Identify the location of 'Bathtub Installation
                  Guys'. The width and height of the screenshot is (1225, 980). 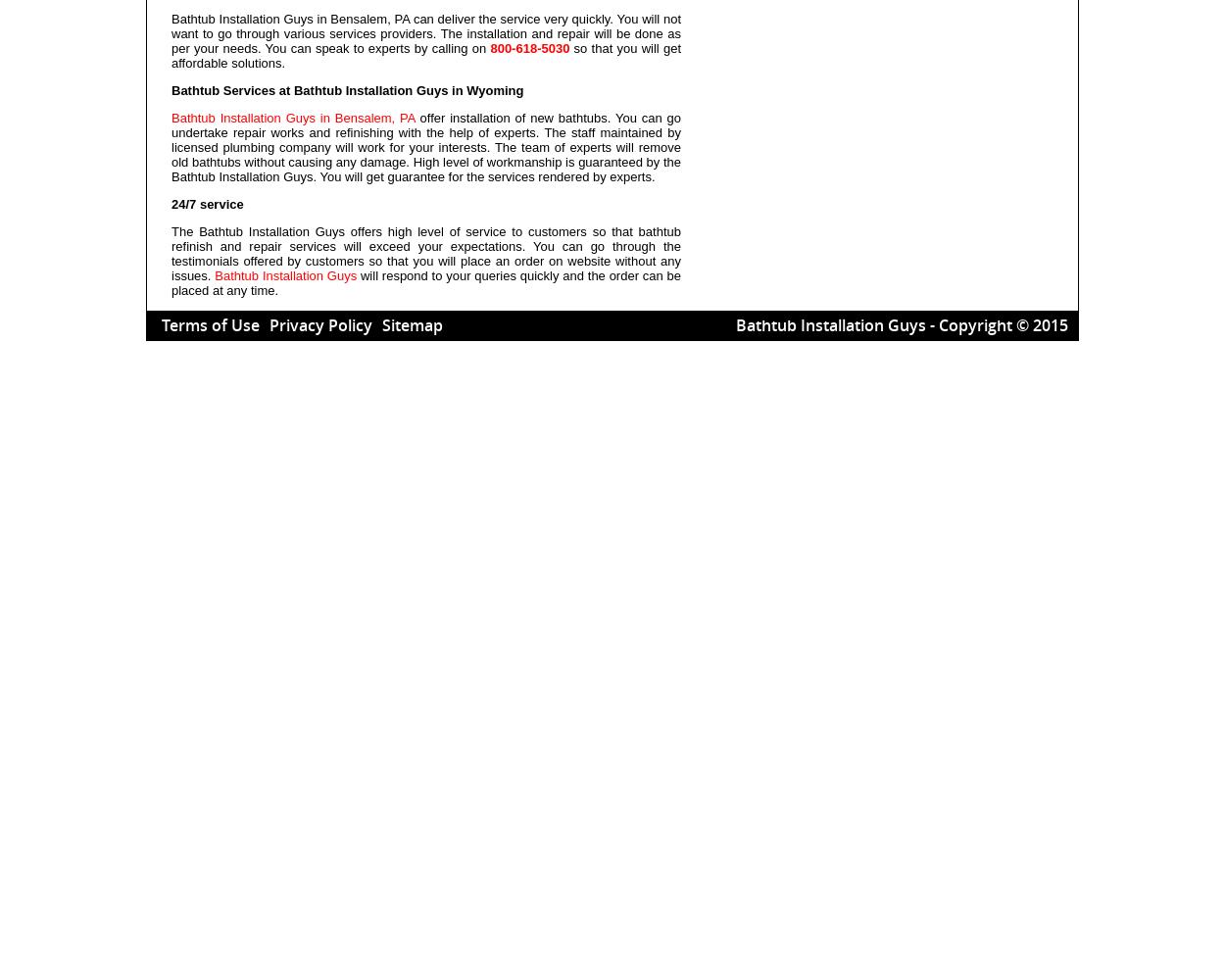
(285, 275).